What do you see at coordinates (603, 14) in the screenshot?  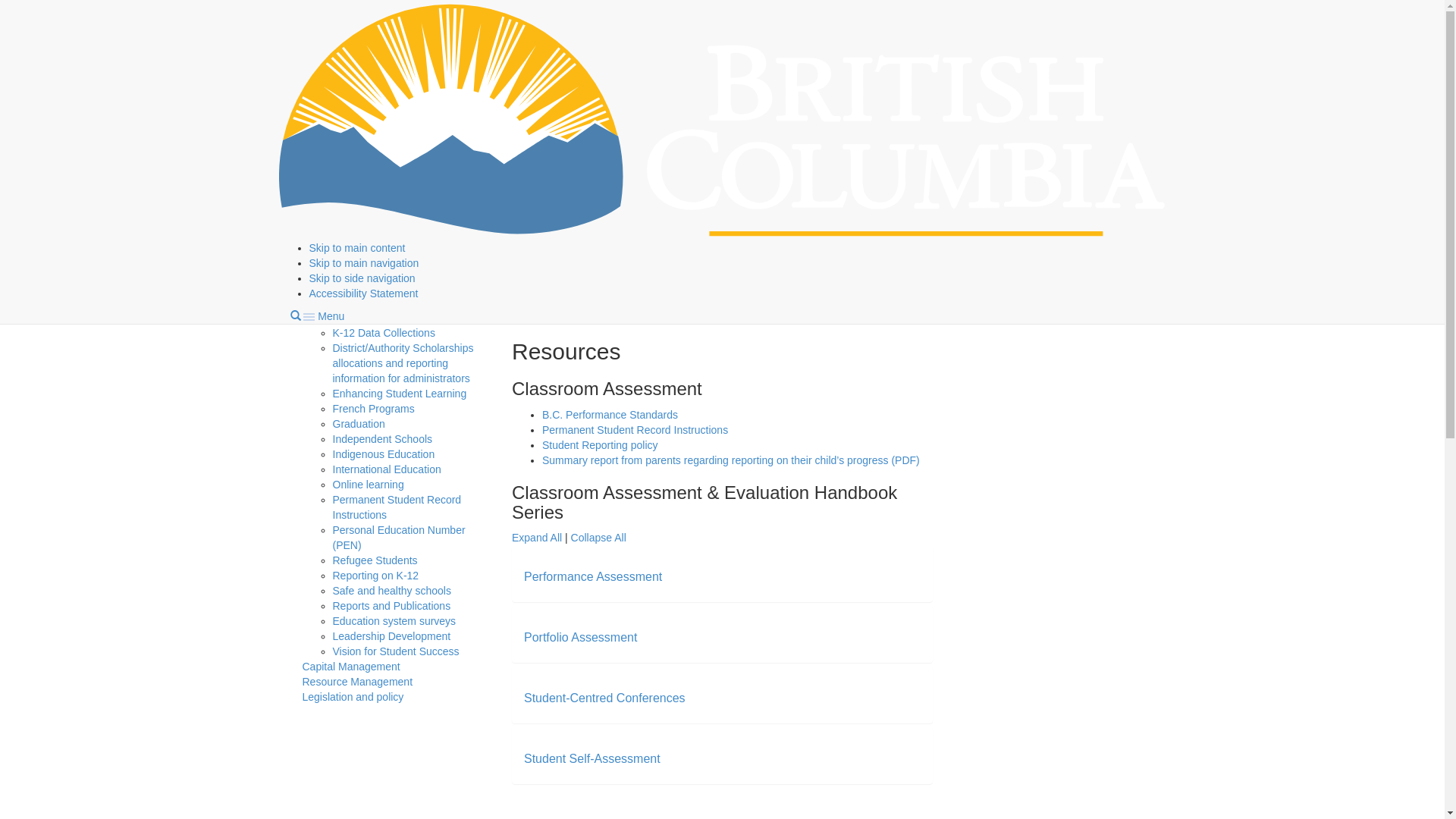 I see `'Administration'` at bounding box center [603, 14].